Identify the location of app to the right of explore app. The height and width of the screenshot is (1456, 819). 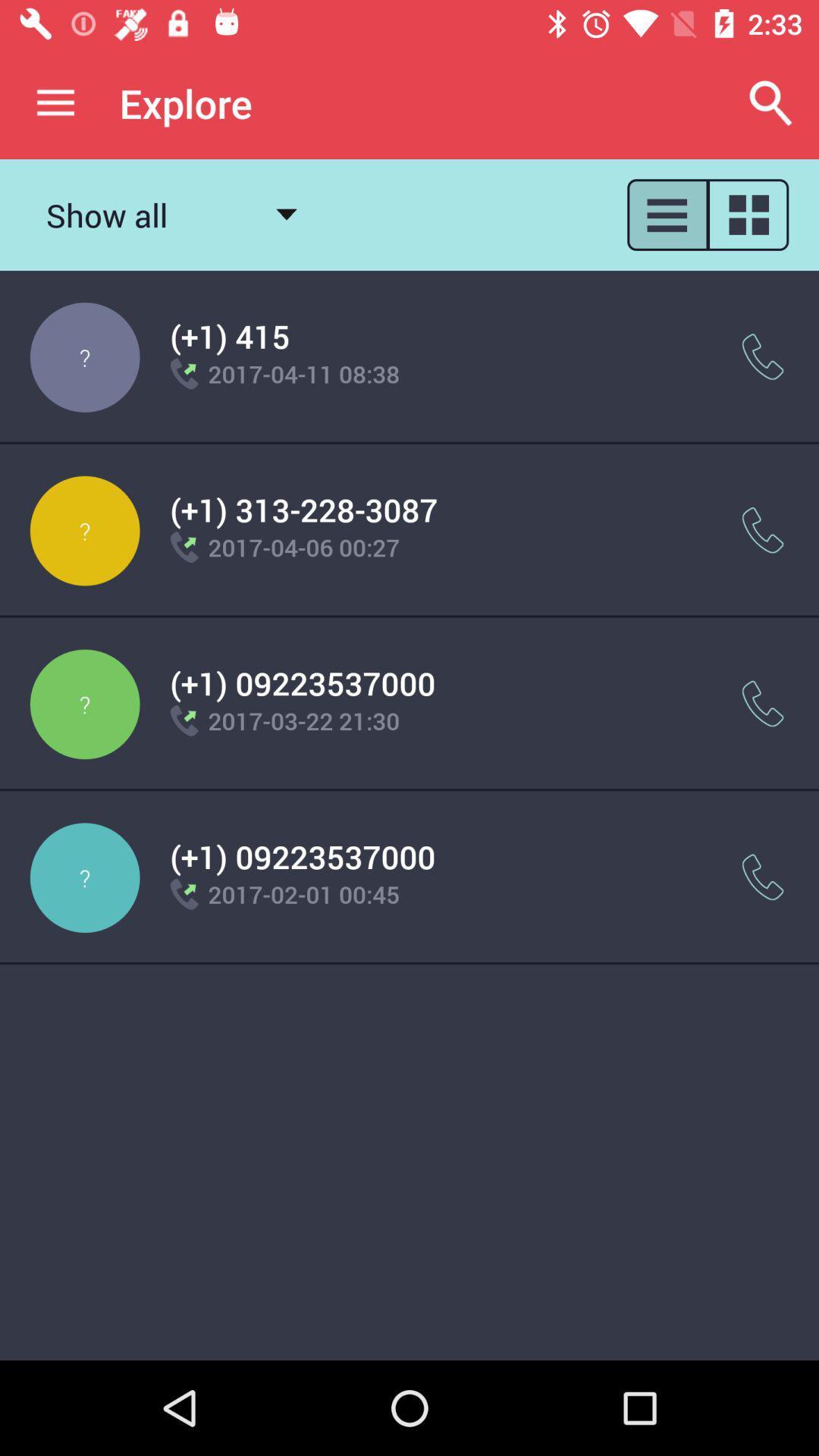
(771, 102).